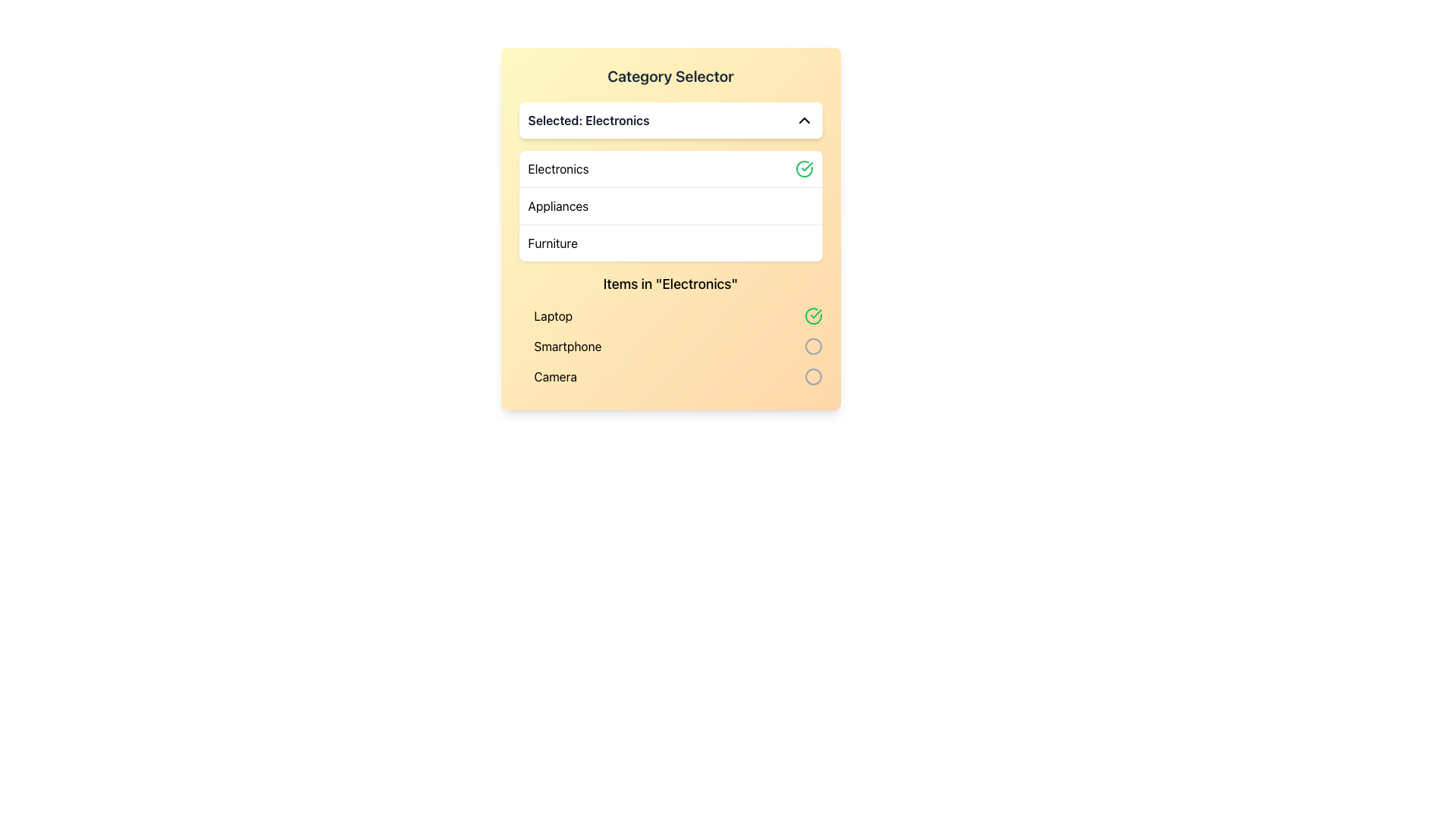  What do you see at coordinates (552, 242) in the screenshot?
I see `the 'Furniture' text label, which is the third item in the selectable list under the 'Category Selector' dropdown` at bounding box center [552, 242].